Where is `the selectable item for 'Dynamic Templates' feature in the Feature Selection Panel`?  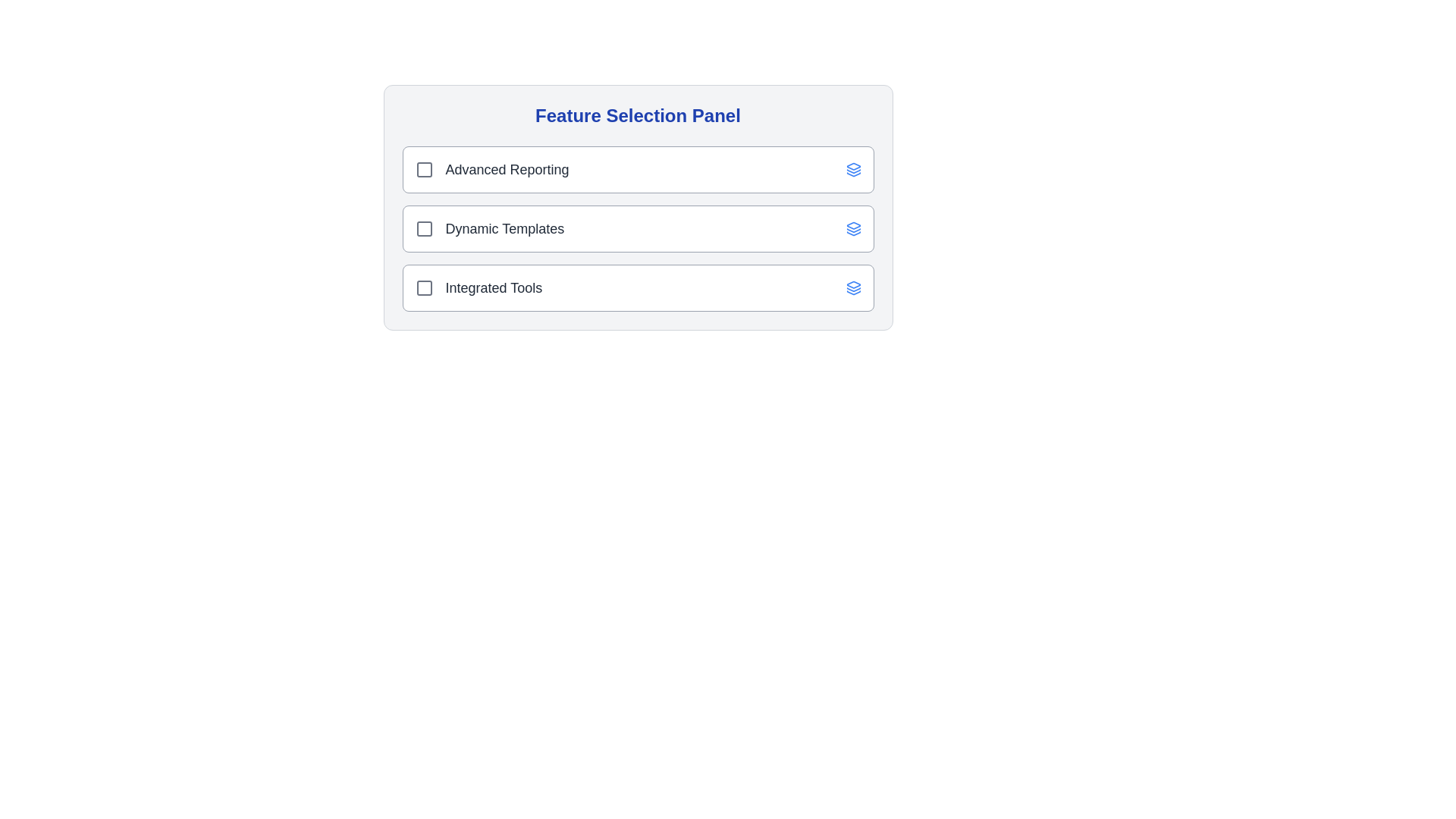 the selectable item for 'Dynamic Templates' feature in the Feature Selection Panel is located at coordinates (638, 228).